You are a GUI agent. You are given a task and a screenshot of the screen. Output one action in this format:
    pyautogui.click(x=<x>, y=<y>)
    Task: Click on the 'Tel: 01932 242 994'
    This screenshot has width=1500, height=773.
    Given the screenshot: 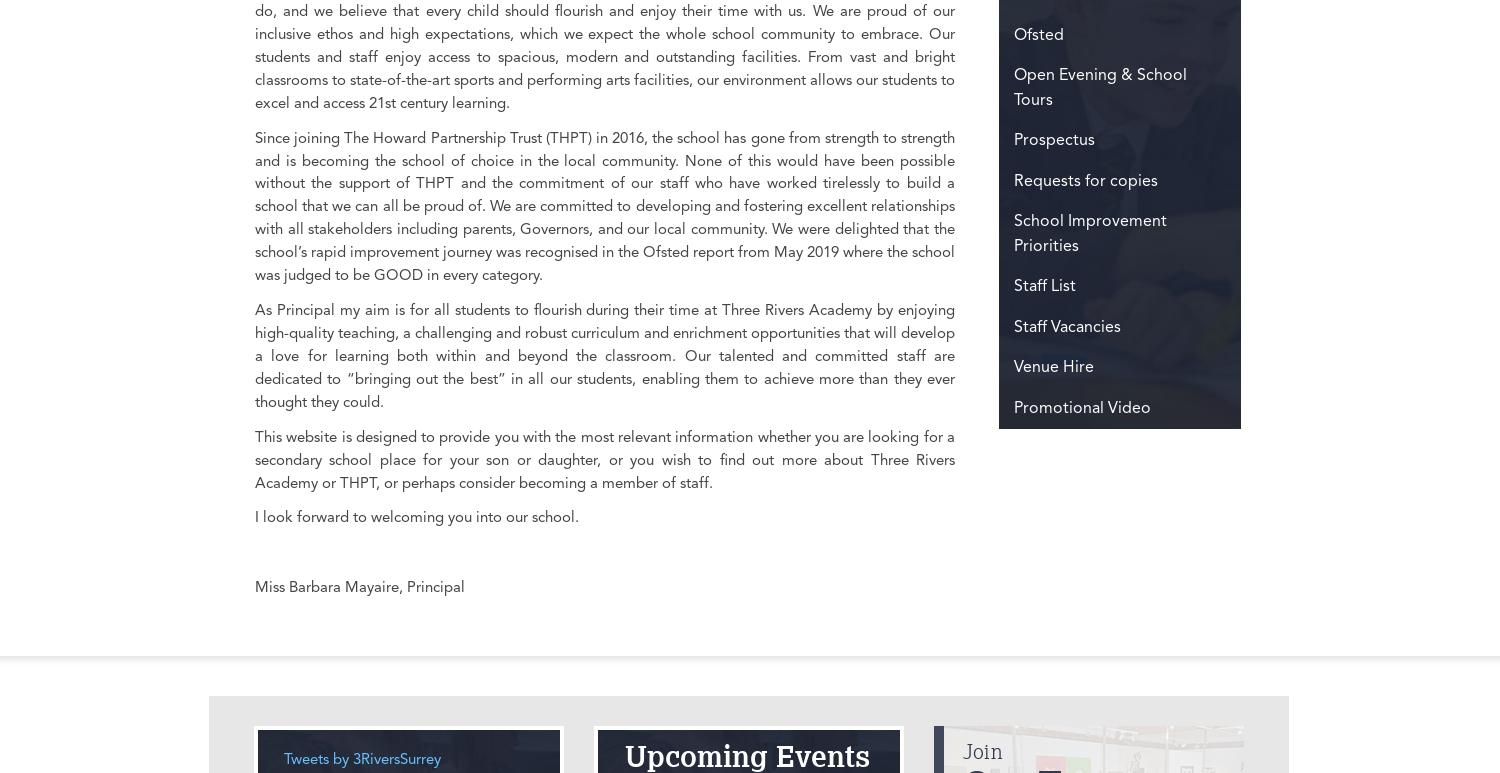 What is the action you would take?
    pyautogui.click(x=623, y=155)
    